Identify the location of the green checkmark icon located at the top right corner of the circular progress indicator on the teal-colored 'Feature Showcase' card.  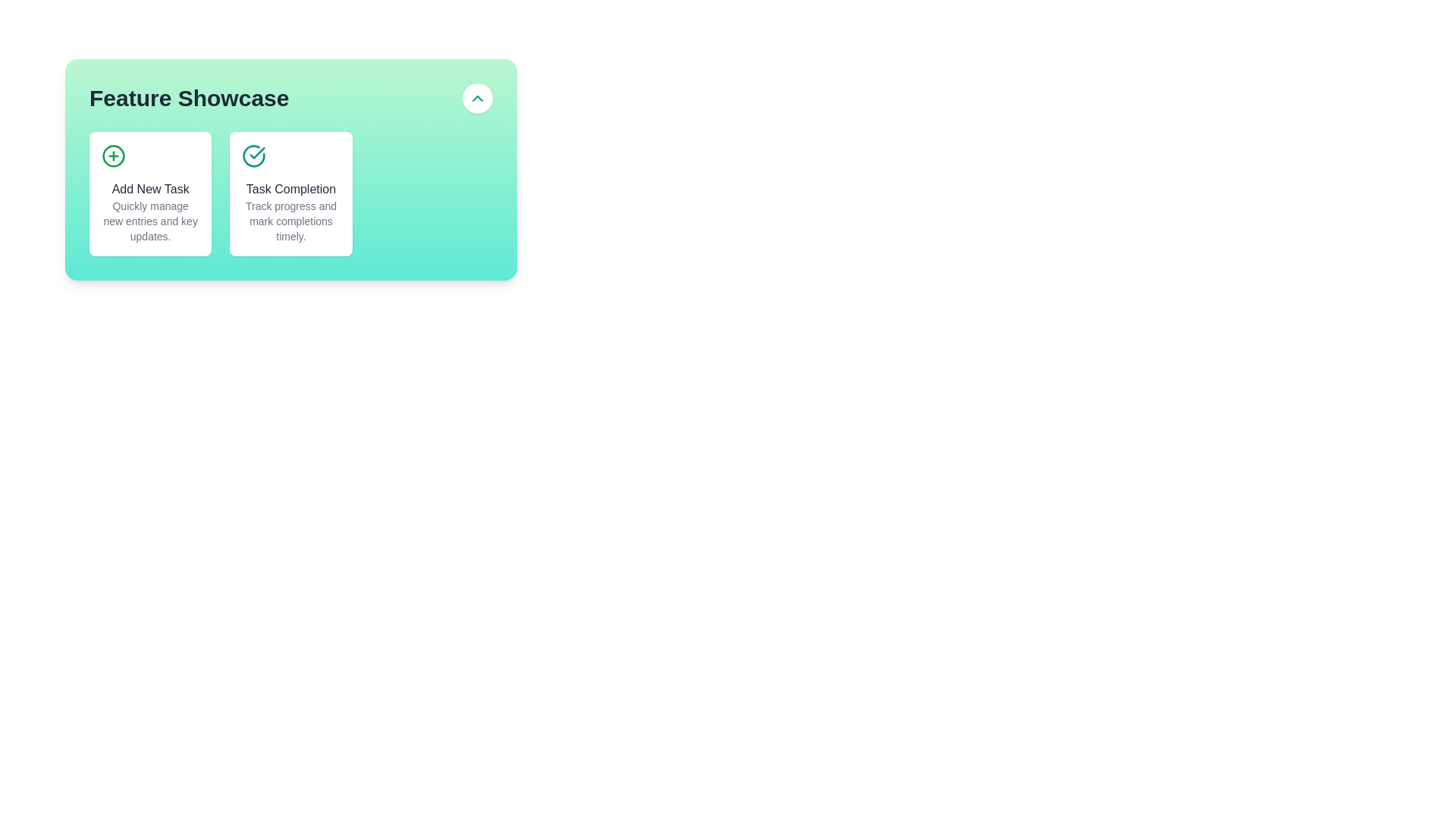
(258, 152).